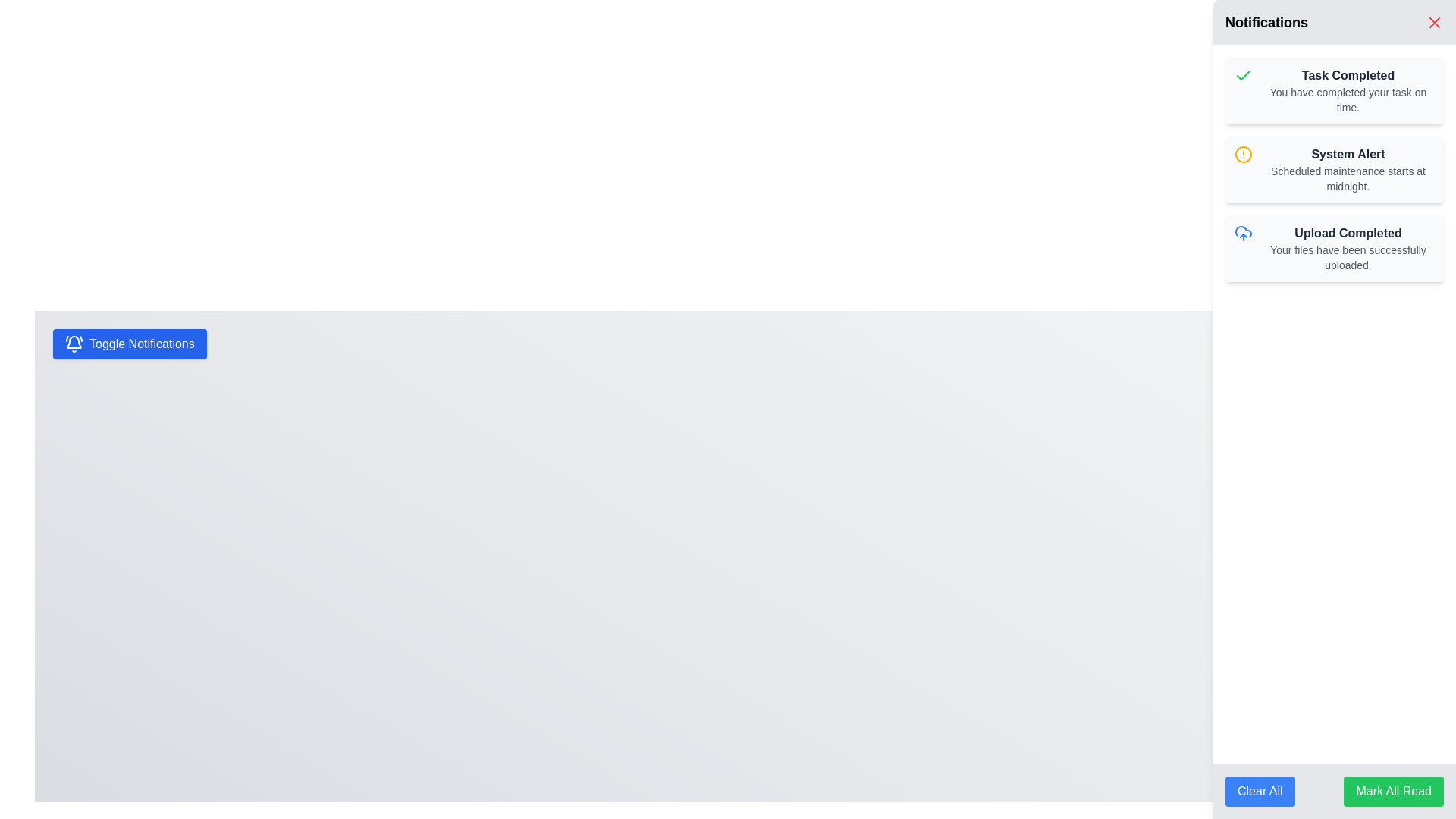 Image resolution: width=1456 pixels, height=819 pixels. I want to click on the second notification card labeled 'System Alert' in the Notifications panel to acknowledge or interact with it, so click(1348, 169).